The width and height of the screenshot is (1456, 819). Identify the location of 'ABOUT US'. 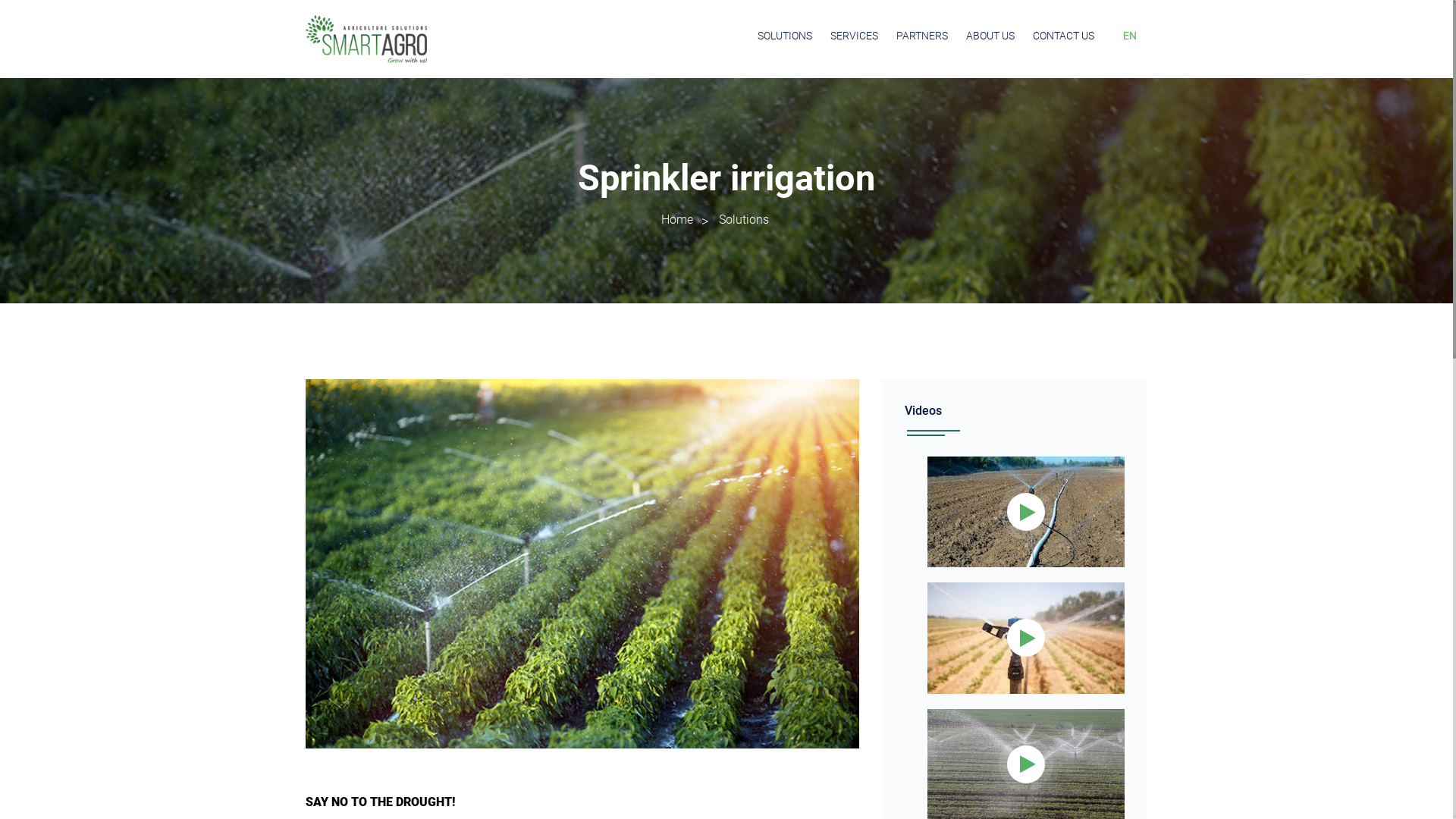
(965, 34).